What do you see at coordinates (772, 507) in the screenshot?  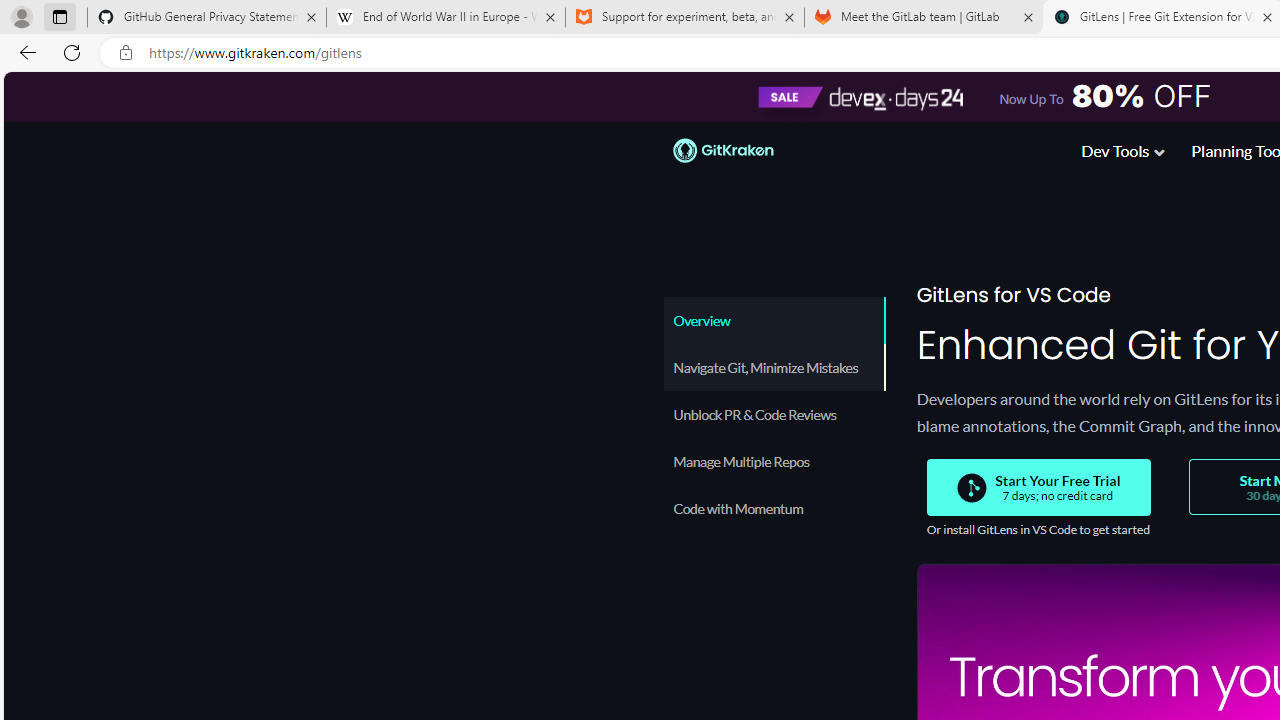 I see `'Code with Momentum'` at bounding box center [772, 507].